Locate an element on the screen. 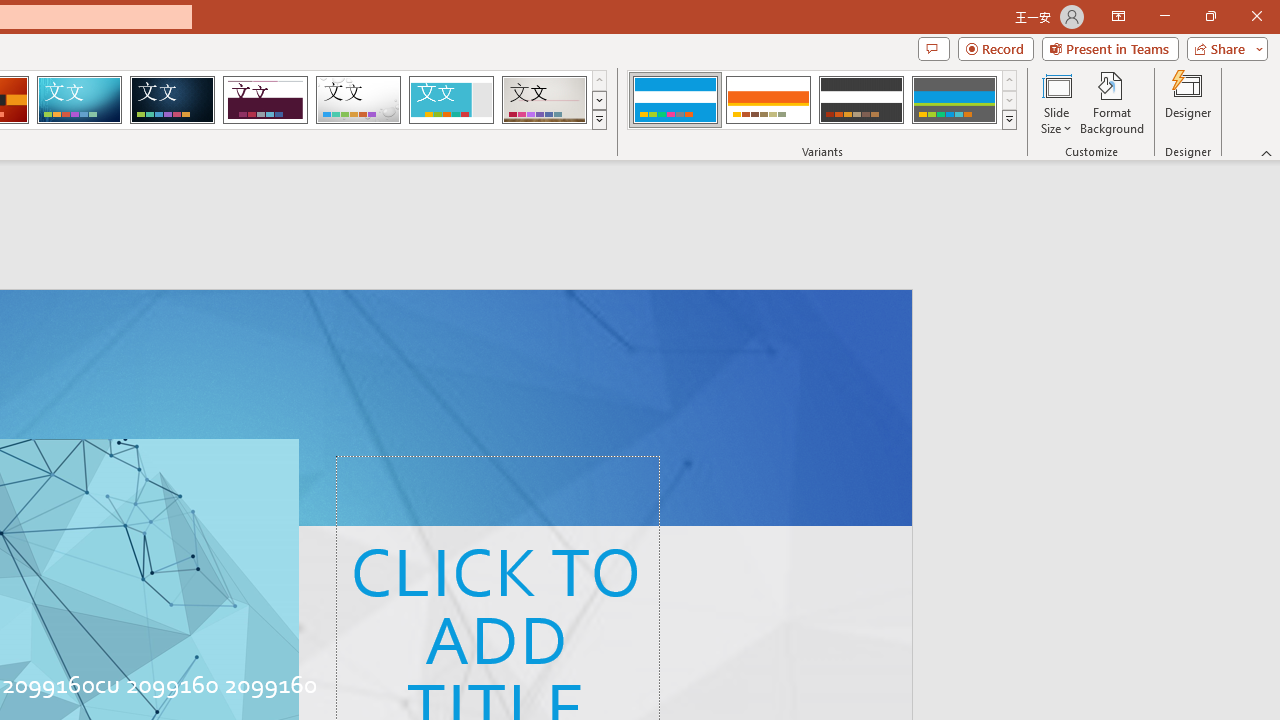  'Themes' is located at coordinates (598, 120).